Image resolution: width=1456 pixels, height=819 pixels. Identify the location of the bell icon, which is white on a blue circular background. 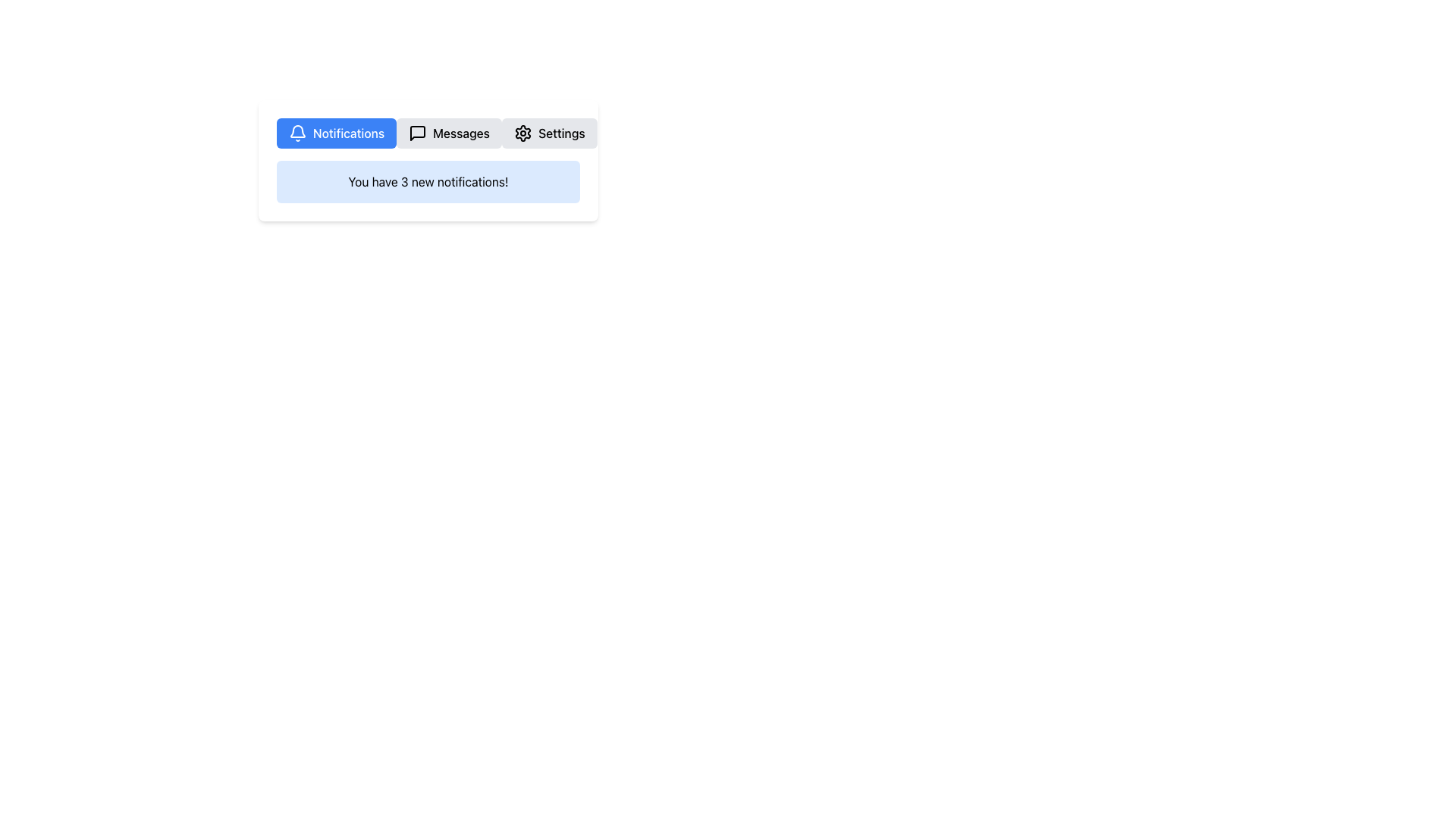
(298, 133).